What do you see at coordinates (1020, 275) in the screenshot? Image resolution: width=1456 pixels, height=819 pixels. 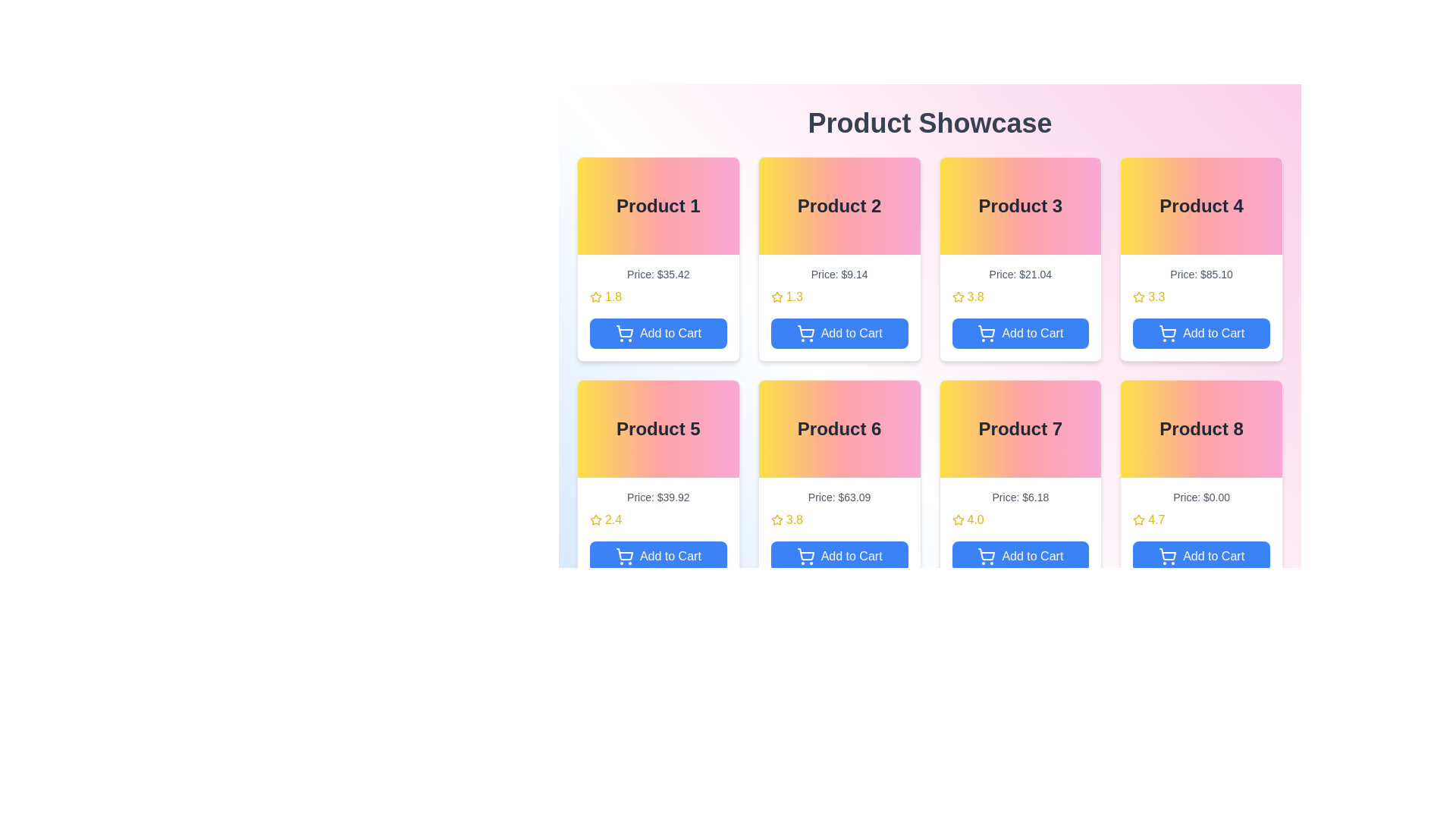 I see `the text label displaying the price '$21.04', which is located beneath the product title of 'Product 3' in the product card layout` at bounding box center [1020, 275].